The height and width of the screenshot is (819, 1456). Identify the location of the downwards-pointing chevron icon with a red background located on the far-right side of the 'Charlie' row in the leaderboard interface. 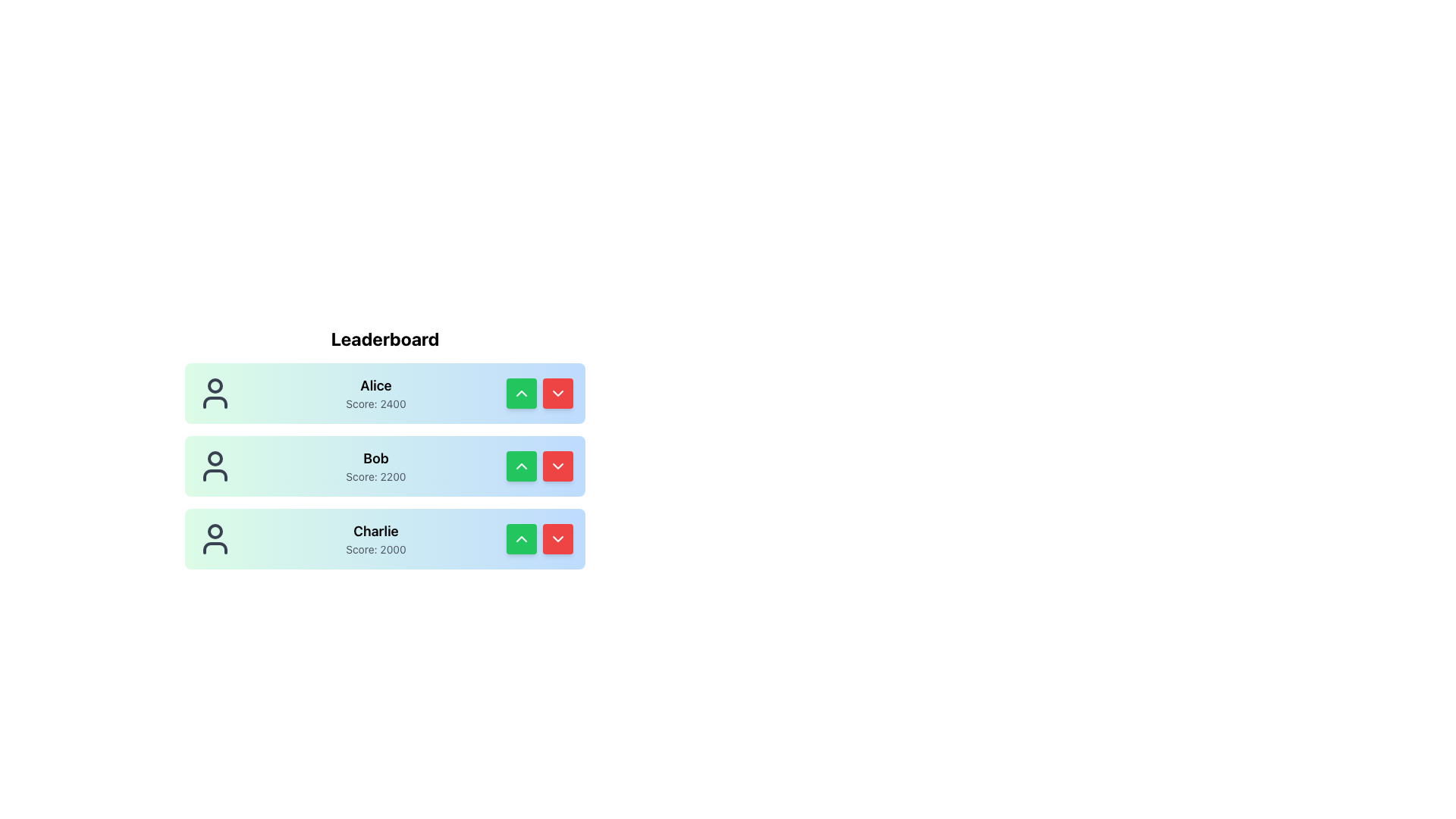
(557, 538).